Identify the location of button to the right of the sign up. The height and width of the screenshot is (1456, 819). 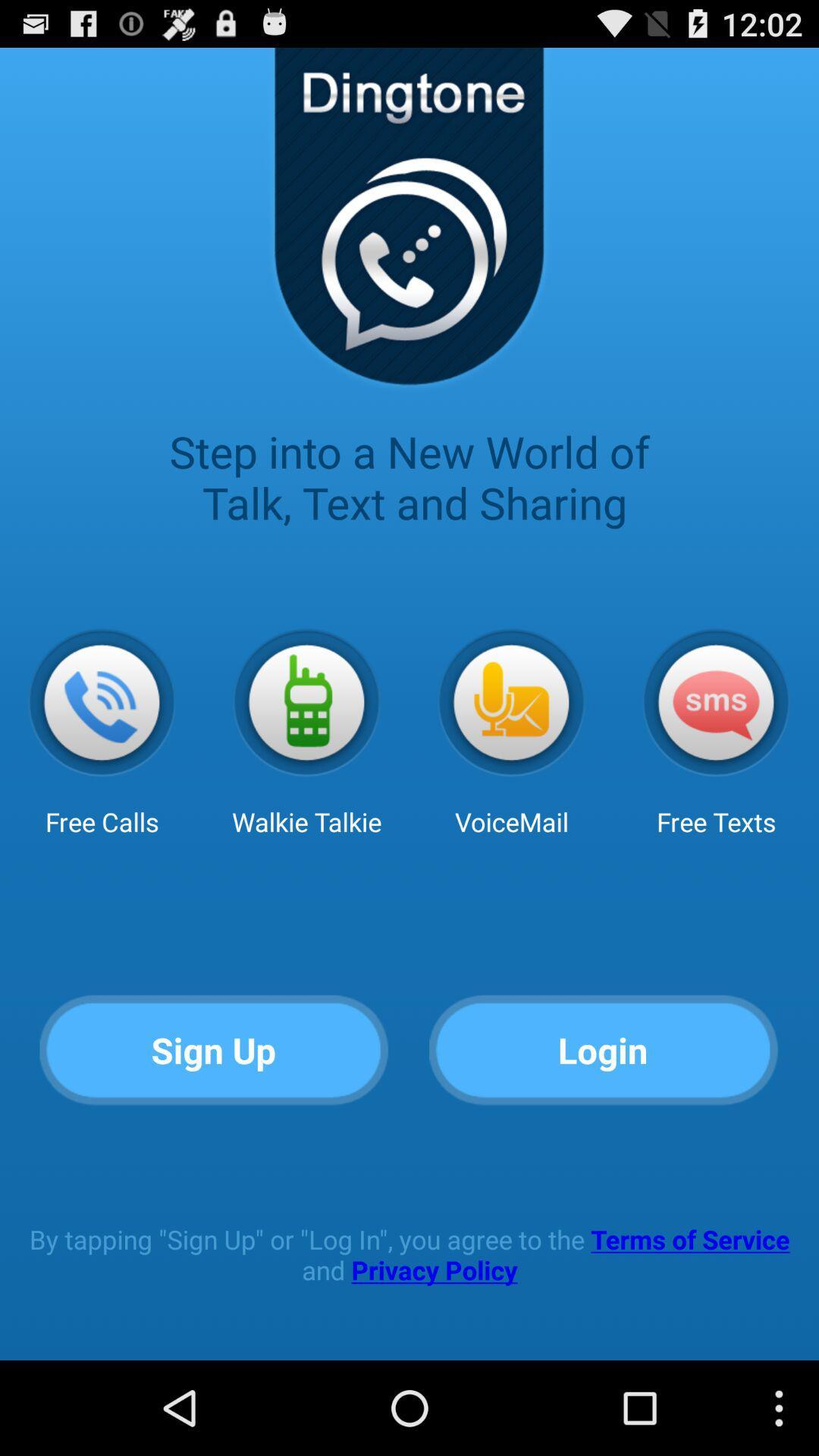
(603, 1050).